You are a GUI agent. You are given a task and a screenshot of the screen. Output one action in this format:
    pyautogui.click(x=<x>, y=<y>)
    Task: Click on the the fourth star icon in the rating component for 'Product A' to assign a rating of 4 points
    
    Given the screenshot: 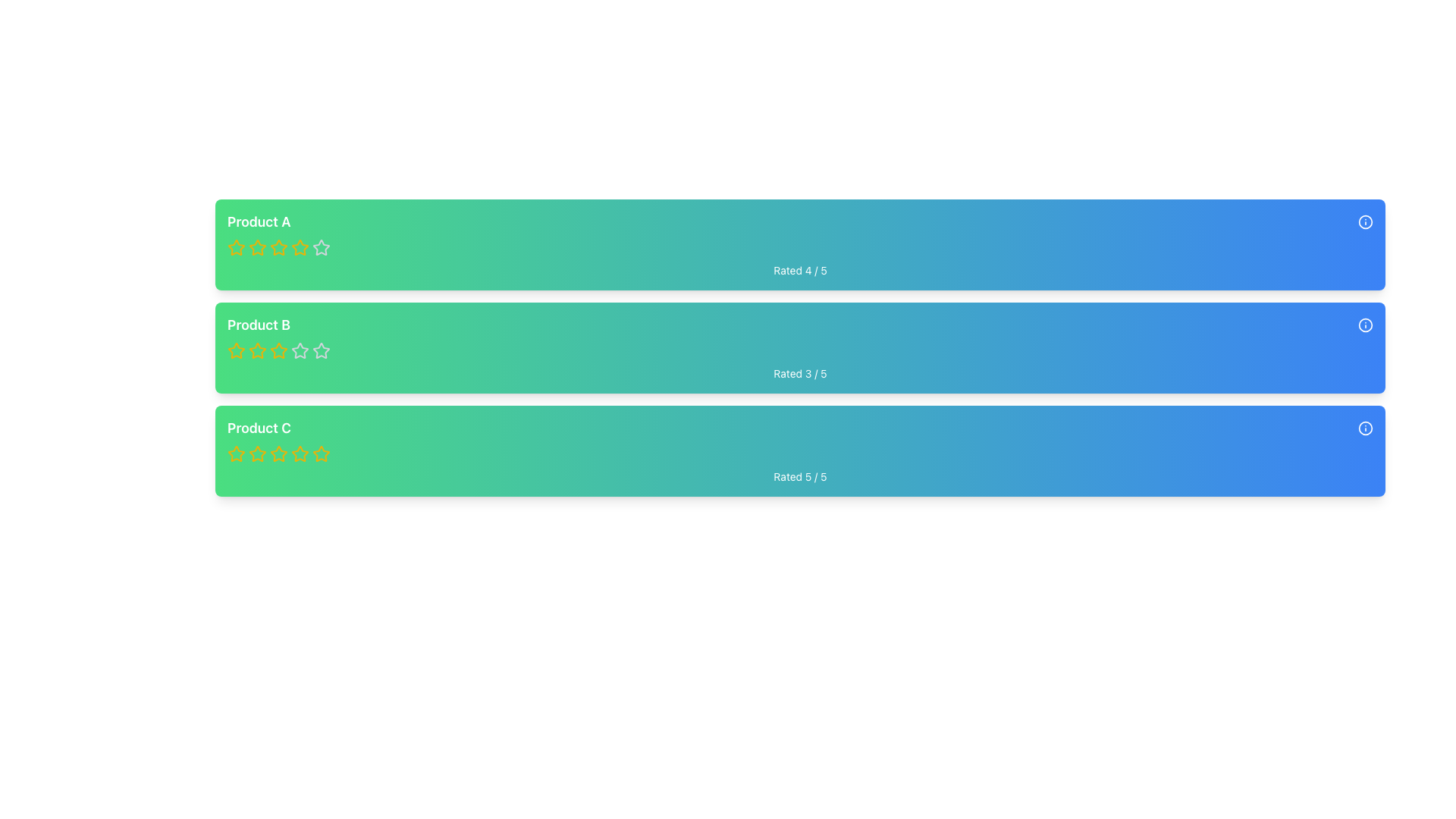 What is the action you would take?
    pyautogui.click(x=320, y=246)
    